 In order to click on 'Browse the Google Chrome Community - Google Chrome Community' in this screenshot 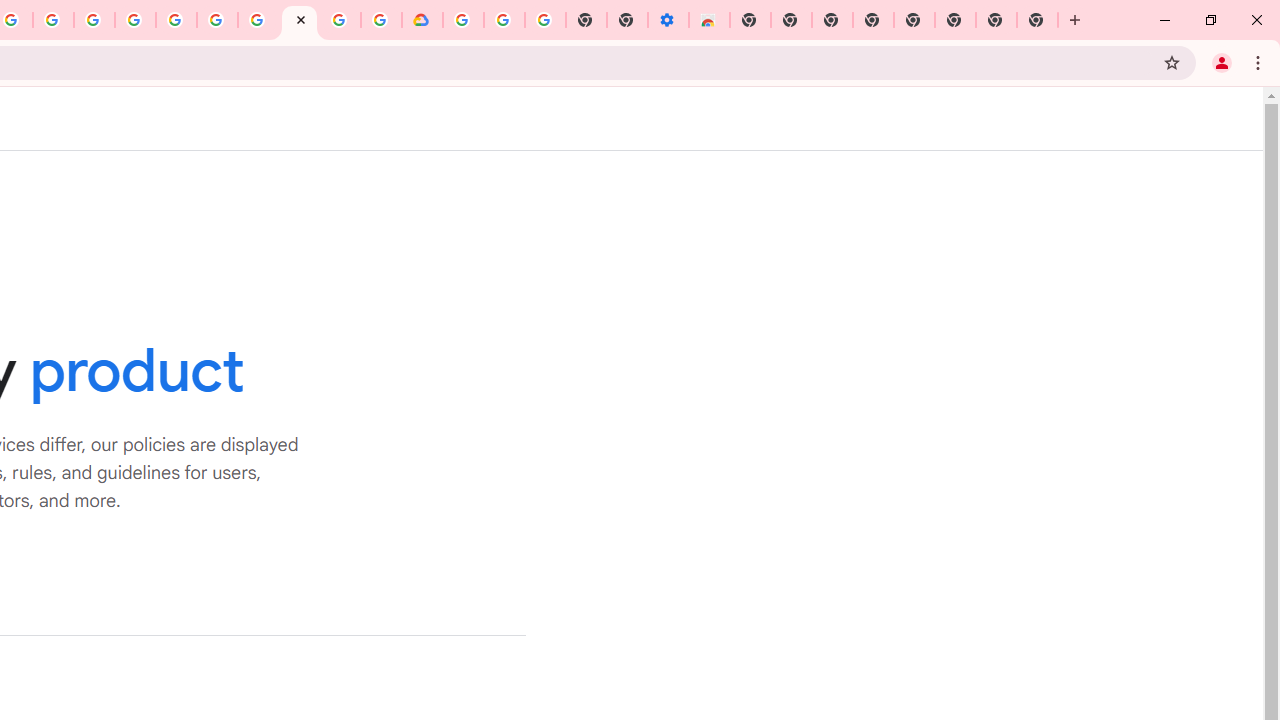, I will do `click(381, 20)`.